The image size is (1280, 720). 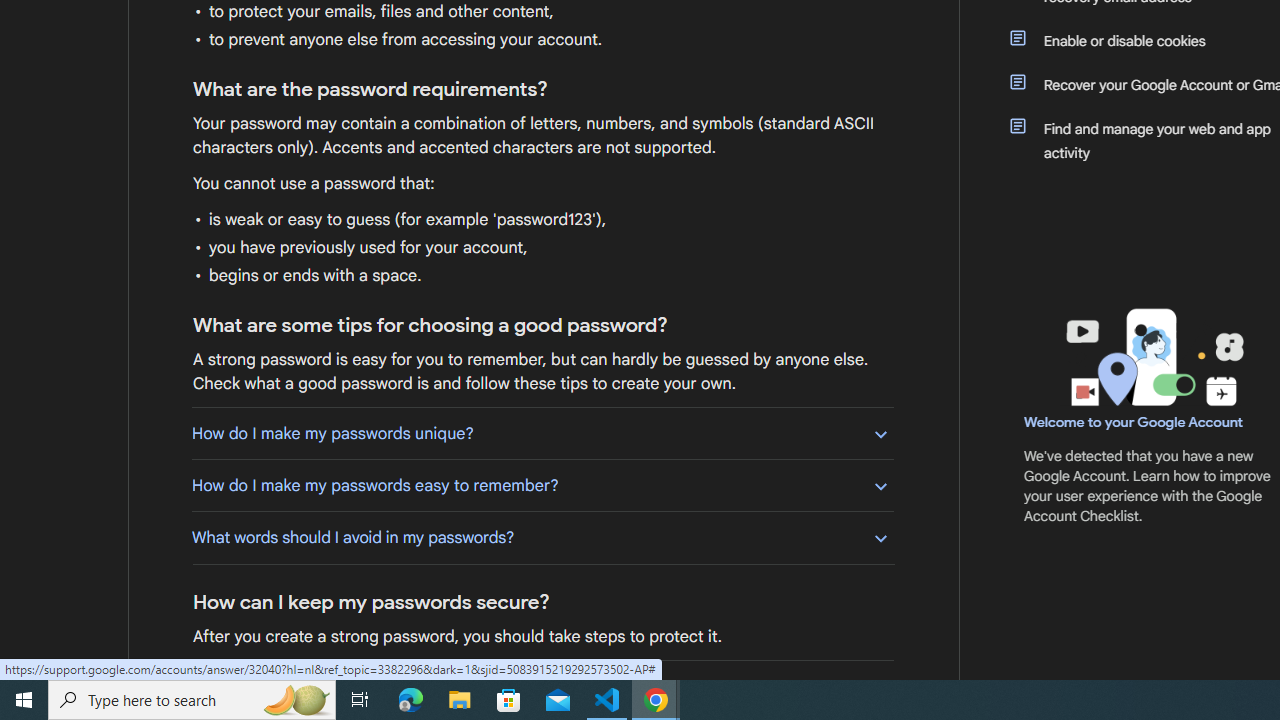 What do you see at coordinates (1134, 421) in the screenshot?
I see `'Welcome to your Google Account'` at bounding box center [1134, 421].